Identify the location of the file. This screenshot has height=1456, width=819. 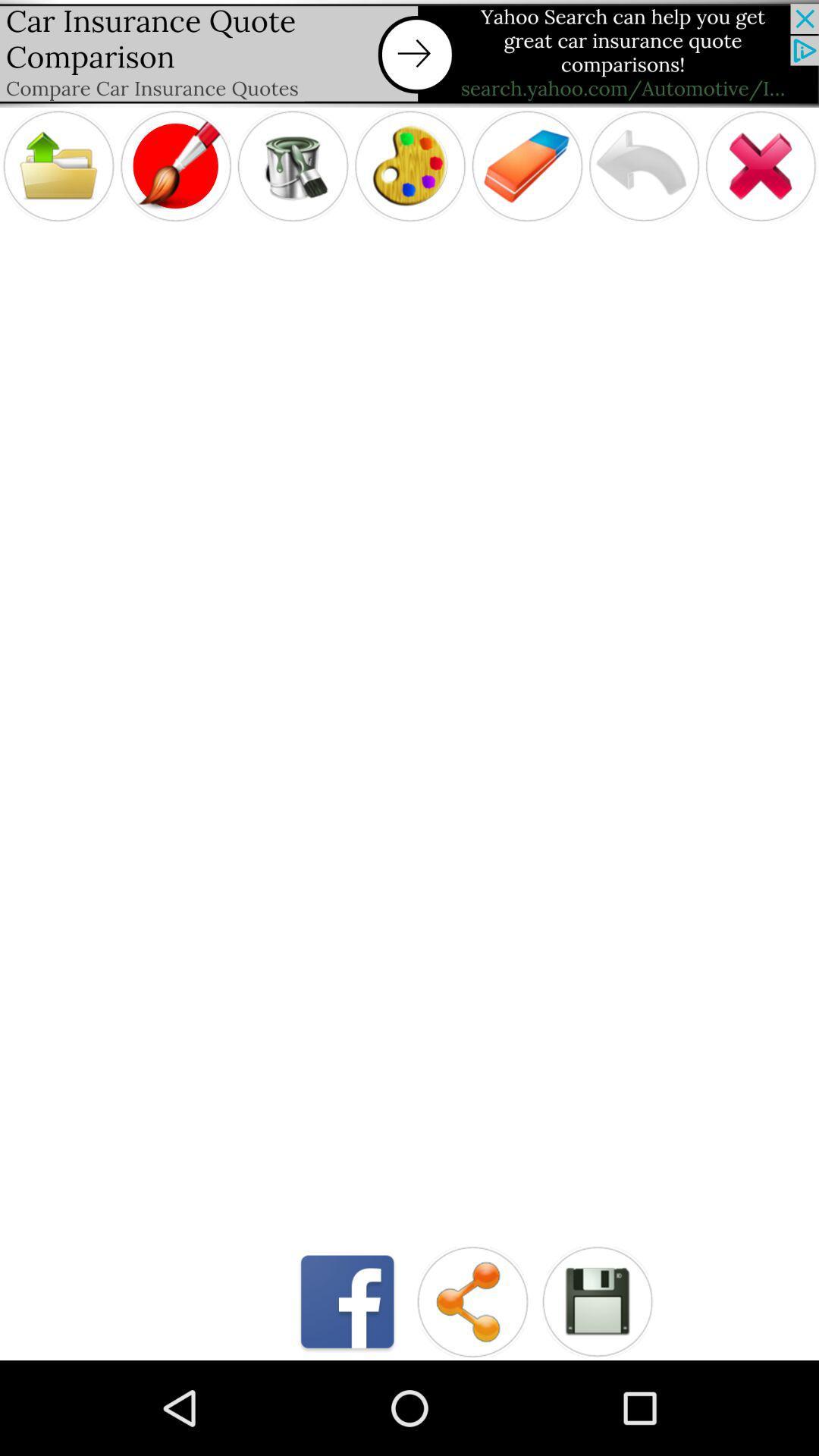
(596, 1301).